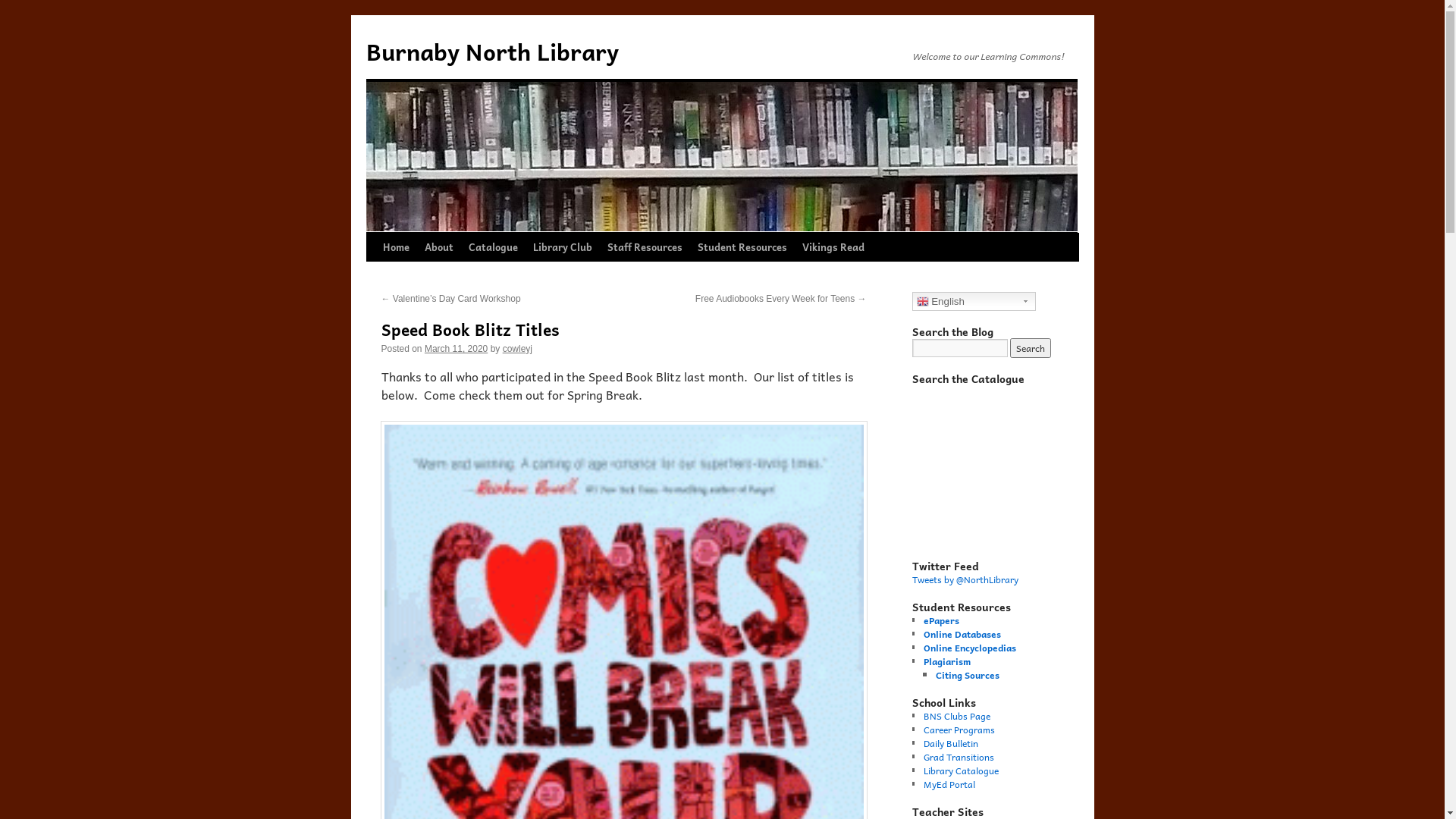 The width and height of the screenshot is (1456, 819). Describe the element at coordinates (560, 246) in the screenshot. I see `'Library Club'` at that location.